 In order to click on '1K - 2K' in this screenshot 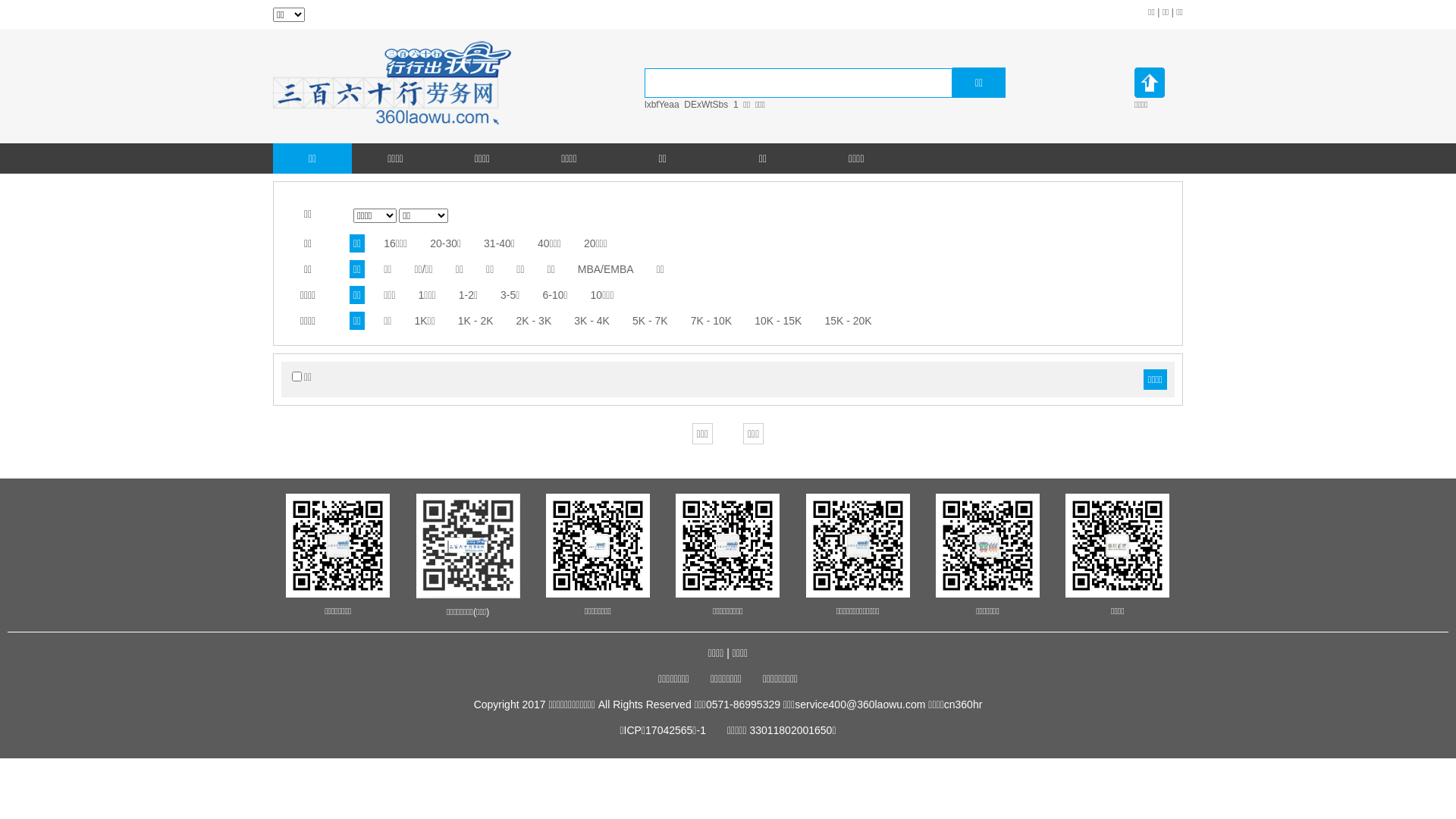, I will do `click(475, 320)`.